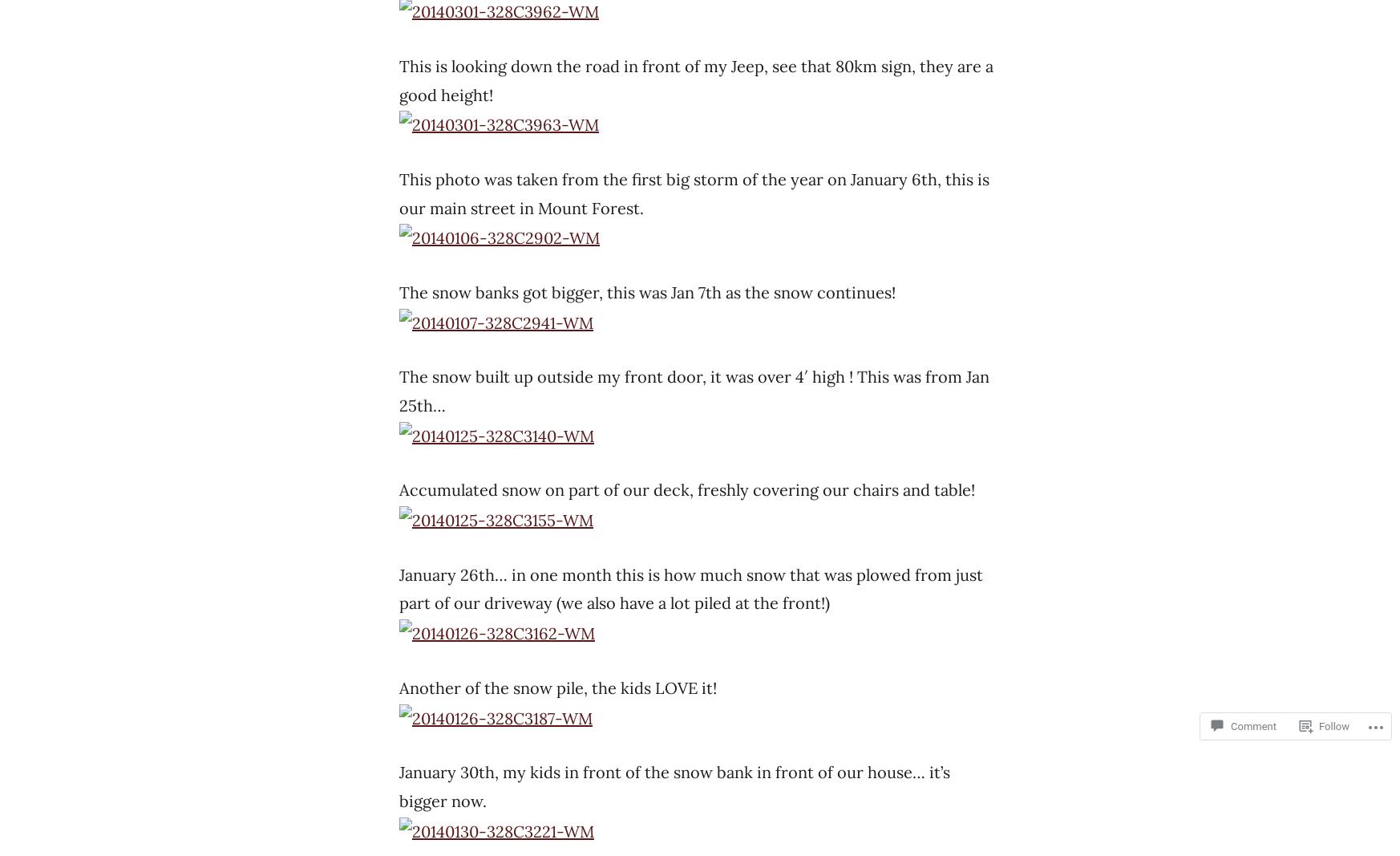  I want to click on 'January 30th, my kids in front of the snow bank in front of our house… it’s bigger now.', so click(674, 786).